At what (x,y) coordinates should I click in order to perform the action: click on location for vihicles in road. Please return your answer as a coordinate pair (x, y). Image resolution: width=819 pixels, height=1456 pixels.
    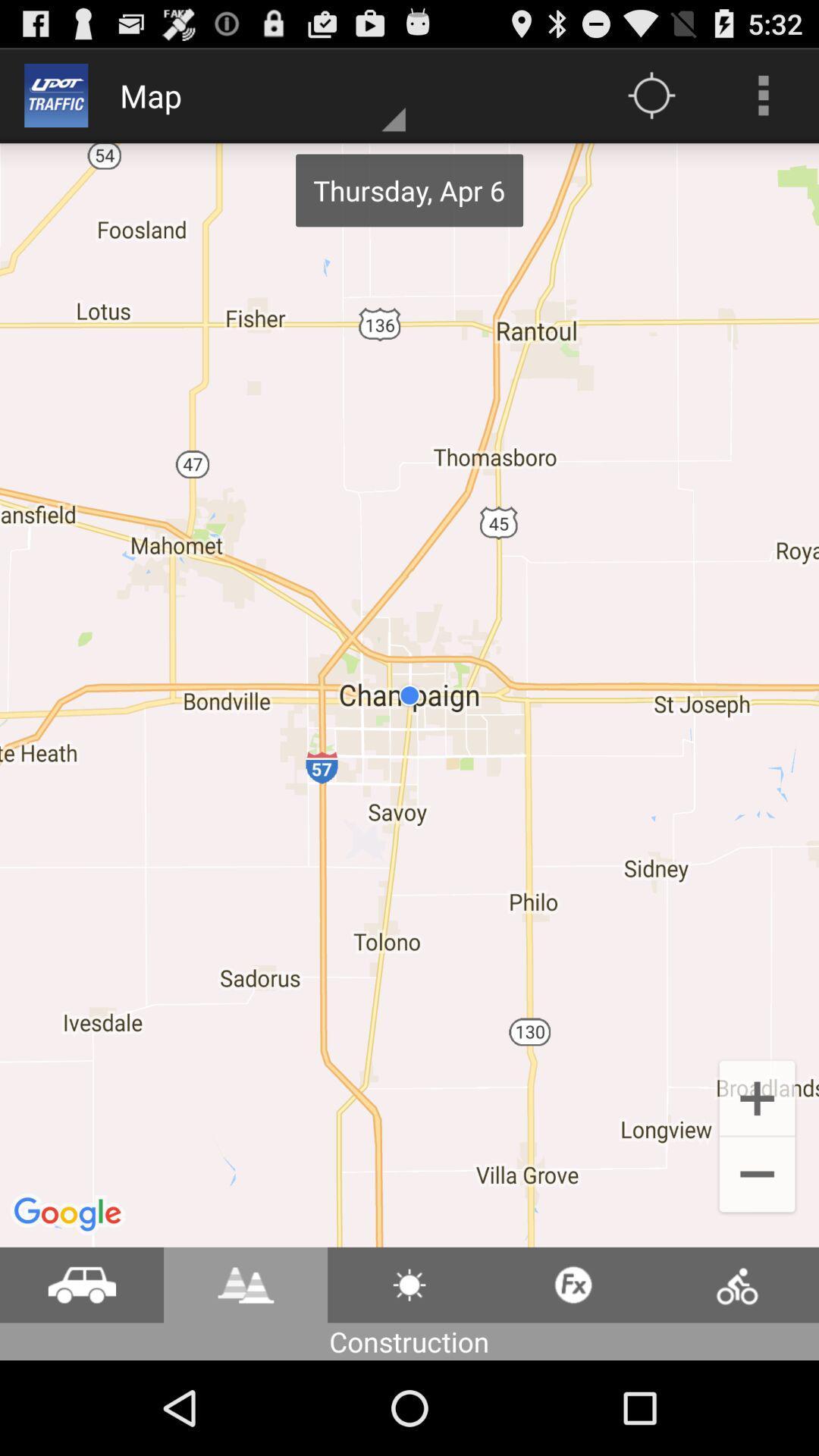
    Looking at the image, I should click on (82, 1284).